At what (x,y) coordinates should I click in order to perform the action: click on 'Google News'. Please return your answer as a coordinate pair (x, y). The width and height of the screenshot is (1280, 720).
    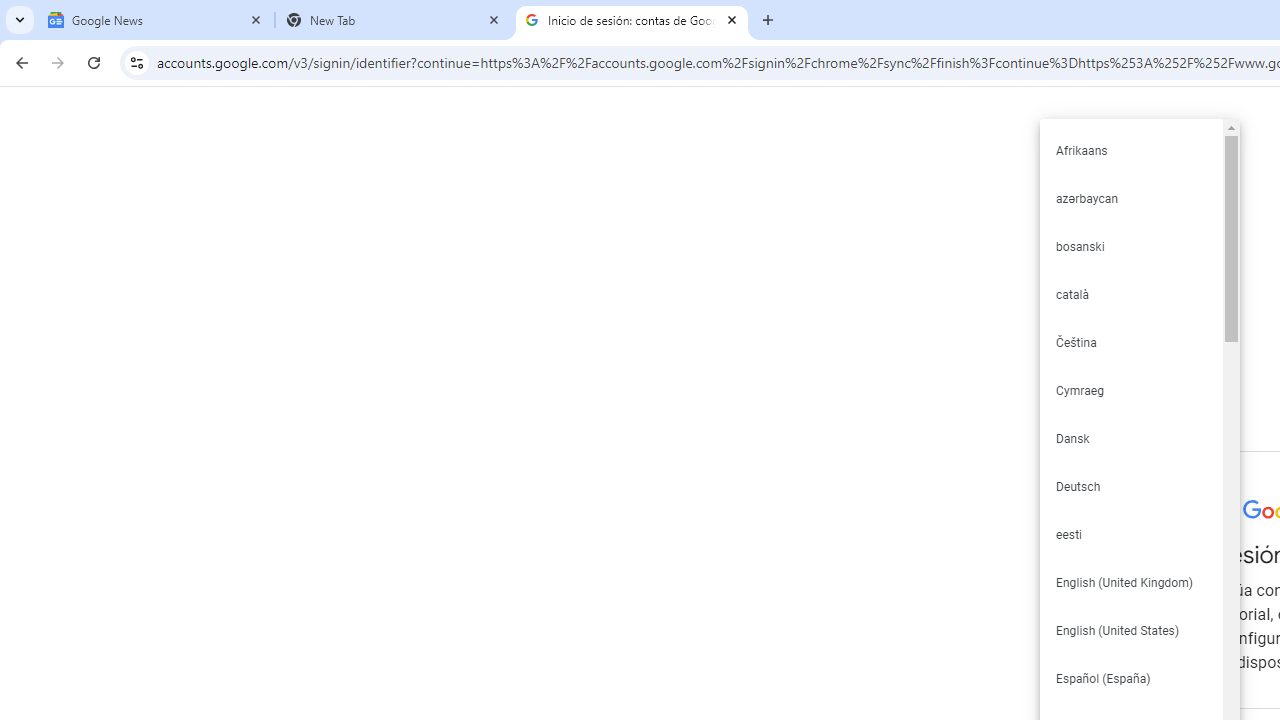
    Looking at the image, I should click on (155, 20).